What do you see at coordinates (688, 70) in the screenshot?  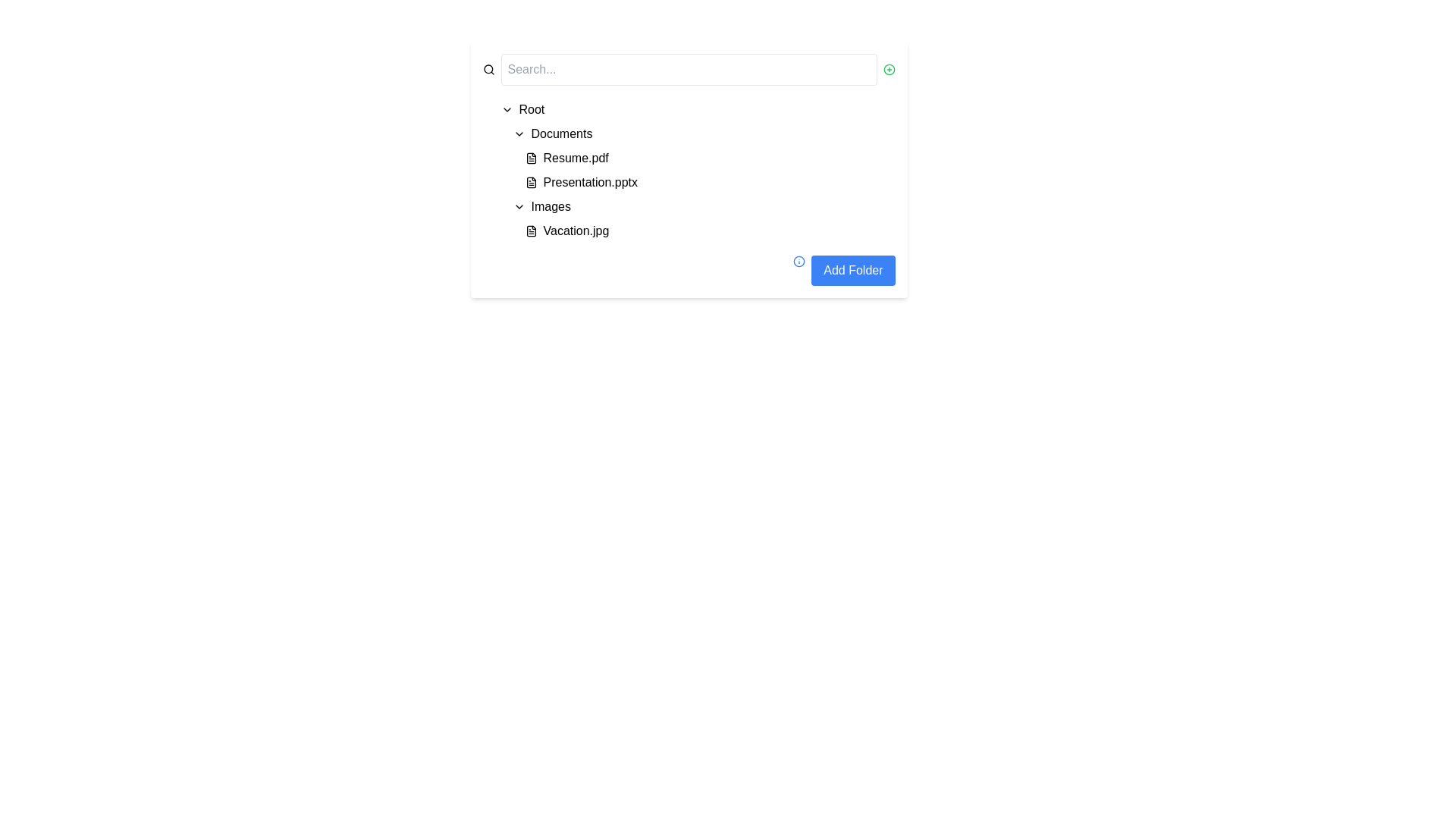 I see `the Text Input Field with placeholder text 'Search...'` at bounding box center [688, 70].